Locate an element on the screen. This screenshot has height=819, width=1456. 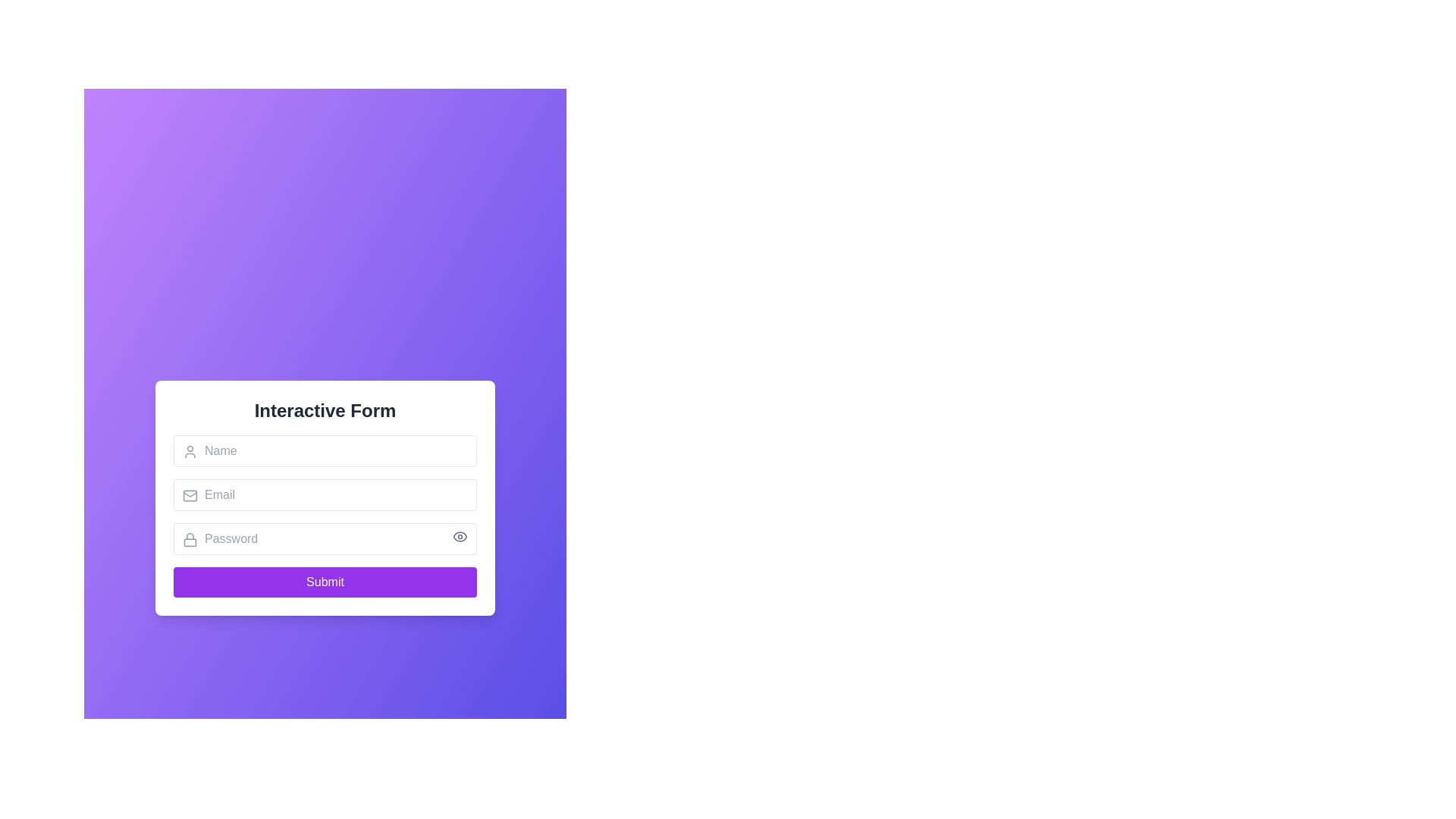
the button located in the top-right corner of the password input field is located at coordinates (459, 536).